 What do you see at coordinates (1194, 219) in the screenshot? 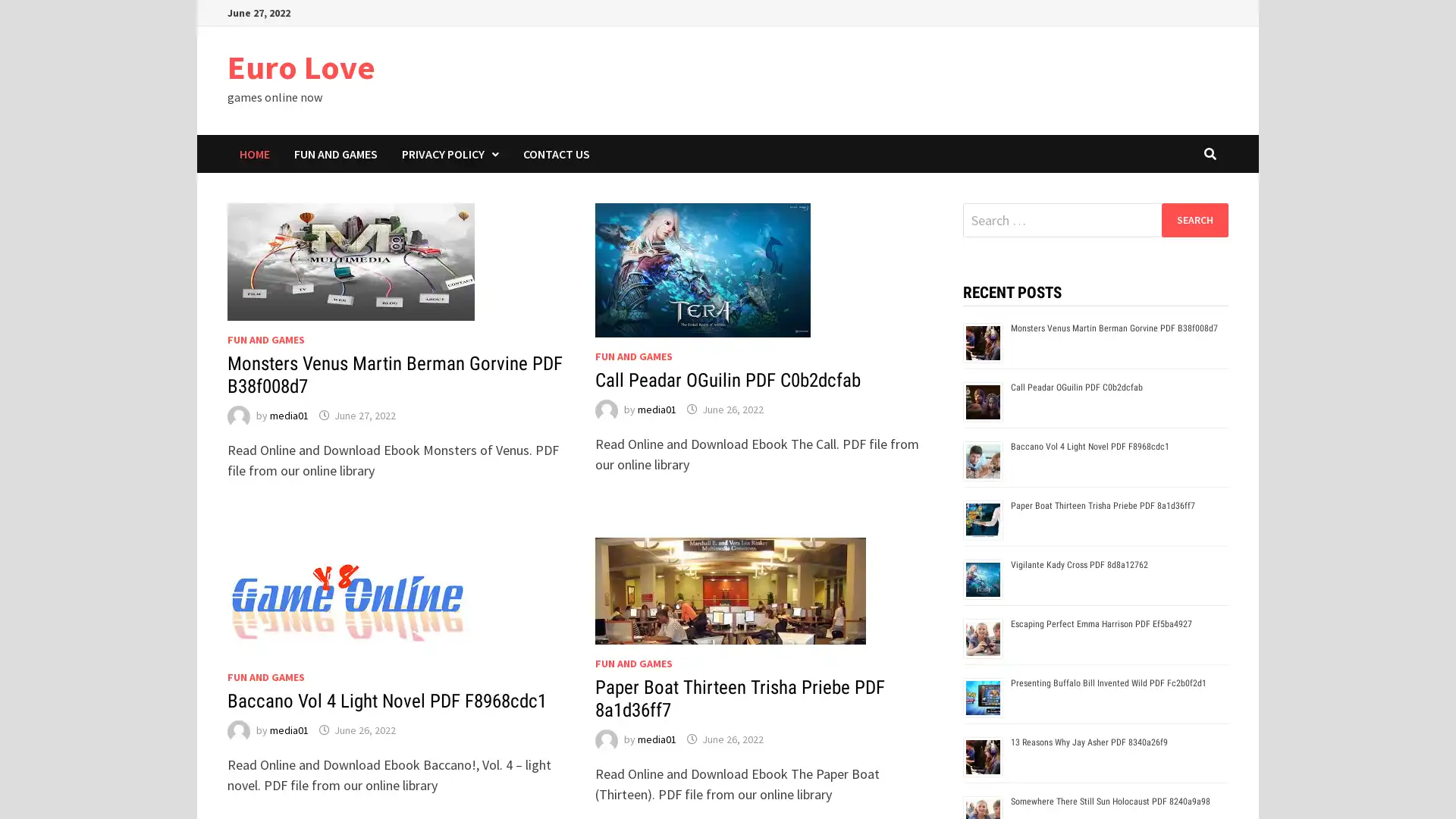
I see `Search` at bounding box center [1194, 219].